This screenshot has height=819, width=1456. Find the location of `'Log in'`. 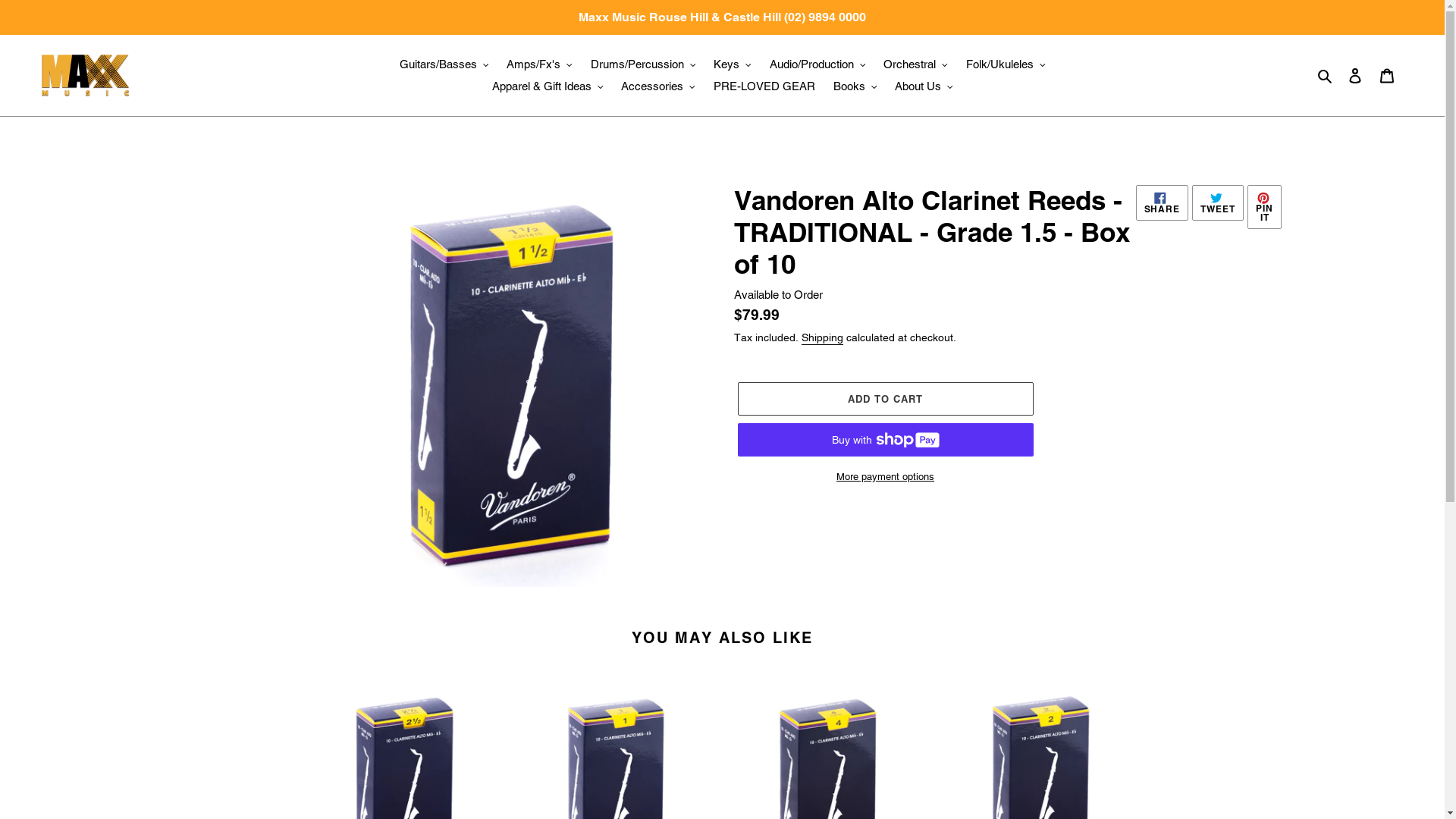

'Log in' is located at coordinates (1339, 75).